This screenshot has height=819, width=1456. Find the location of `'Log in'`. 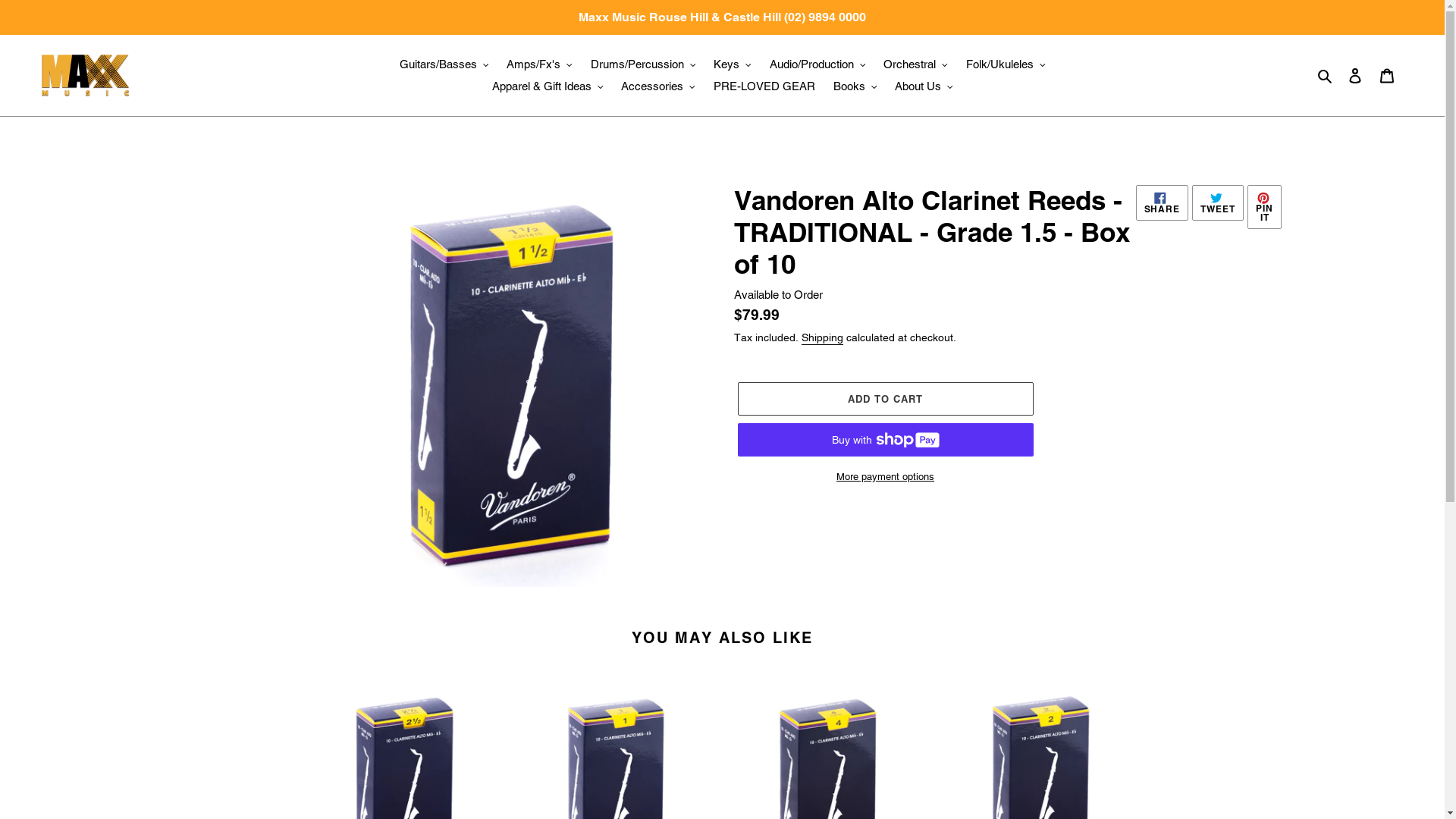

'Log in' is located at coordinates (1339, 75).